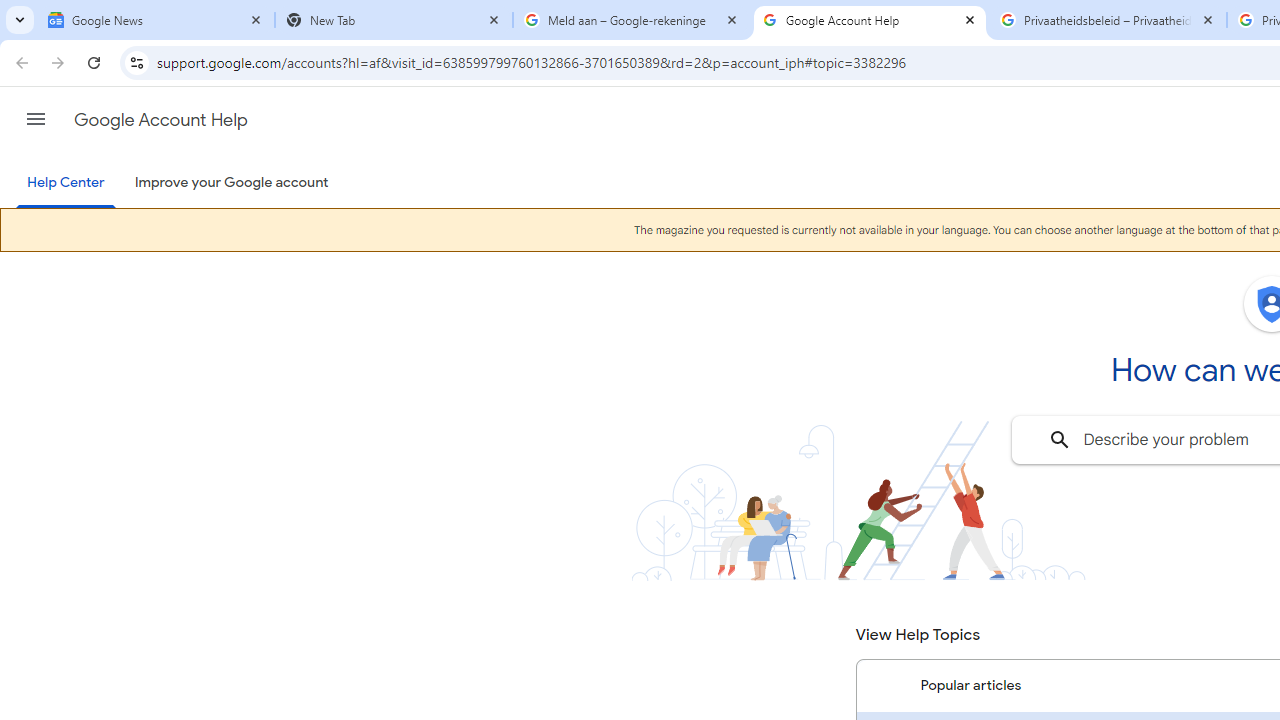 The width and height of the screenshot is (1280, 720). Describe the element at coordinates (35, 119) in the screenshot. I see `'Main menu'` at that location.